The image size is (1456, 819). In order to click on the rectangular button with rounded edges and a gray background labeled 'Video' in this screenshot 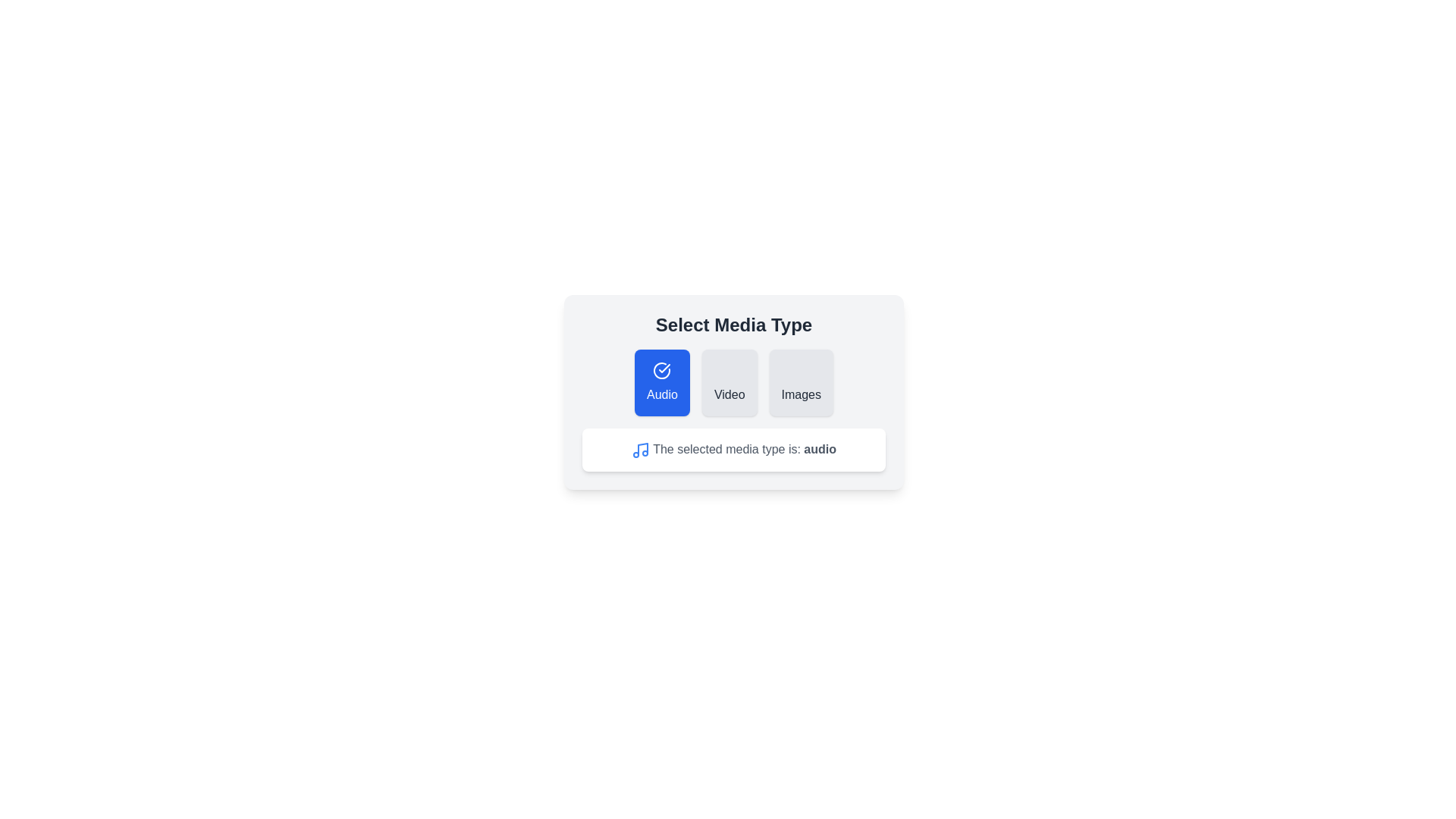, I will do `click(730, 382)`.